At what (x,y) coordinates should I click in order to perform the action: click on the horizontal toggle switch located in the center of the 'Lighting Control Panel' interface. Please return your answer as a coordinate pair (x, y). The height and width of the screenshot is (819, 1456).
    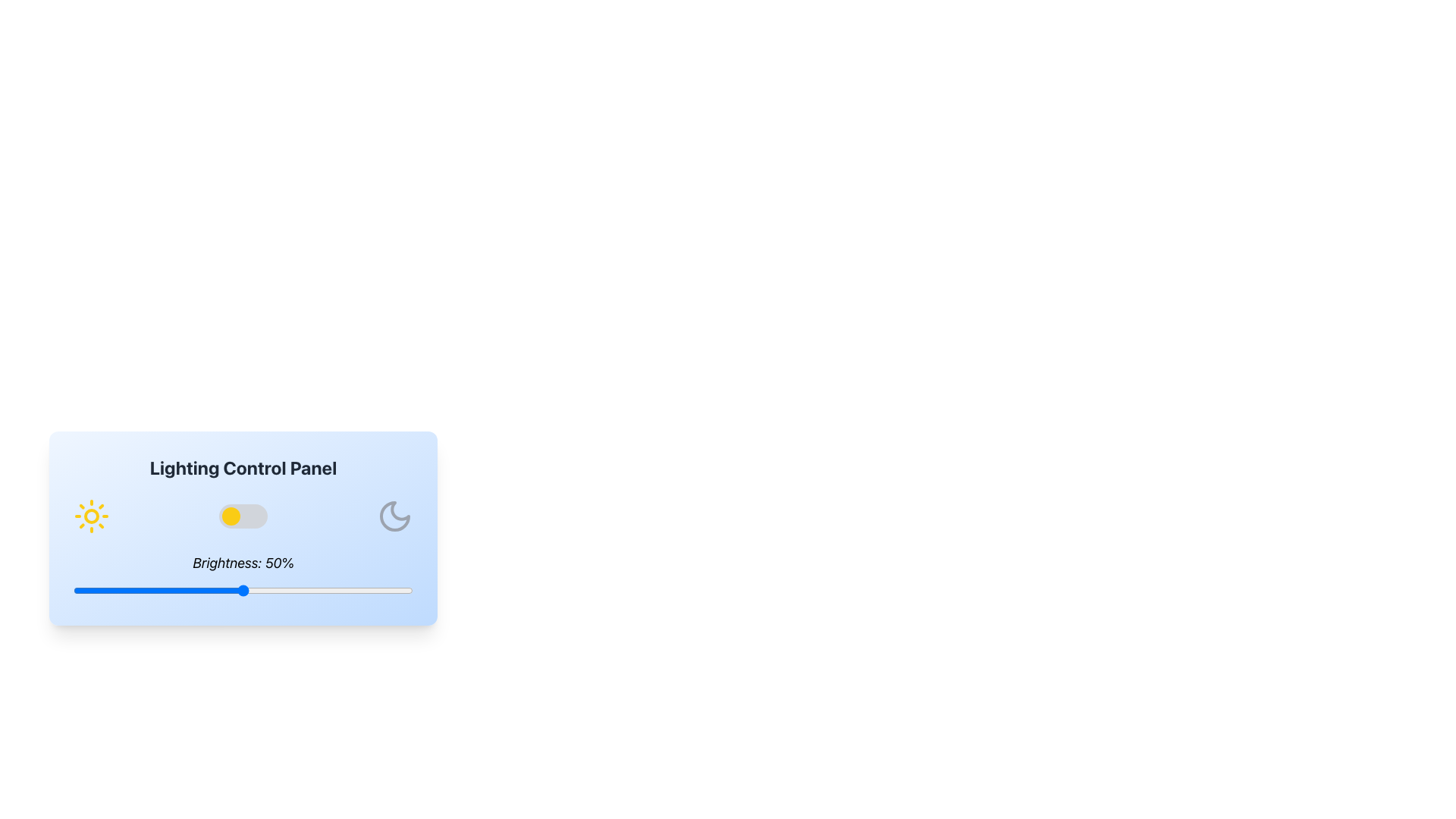
    Looking at the image, I should click on (243, 516).